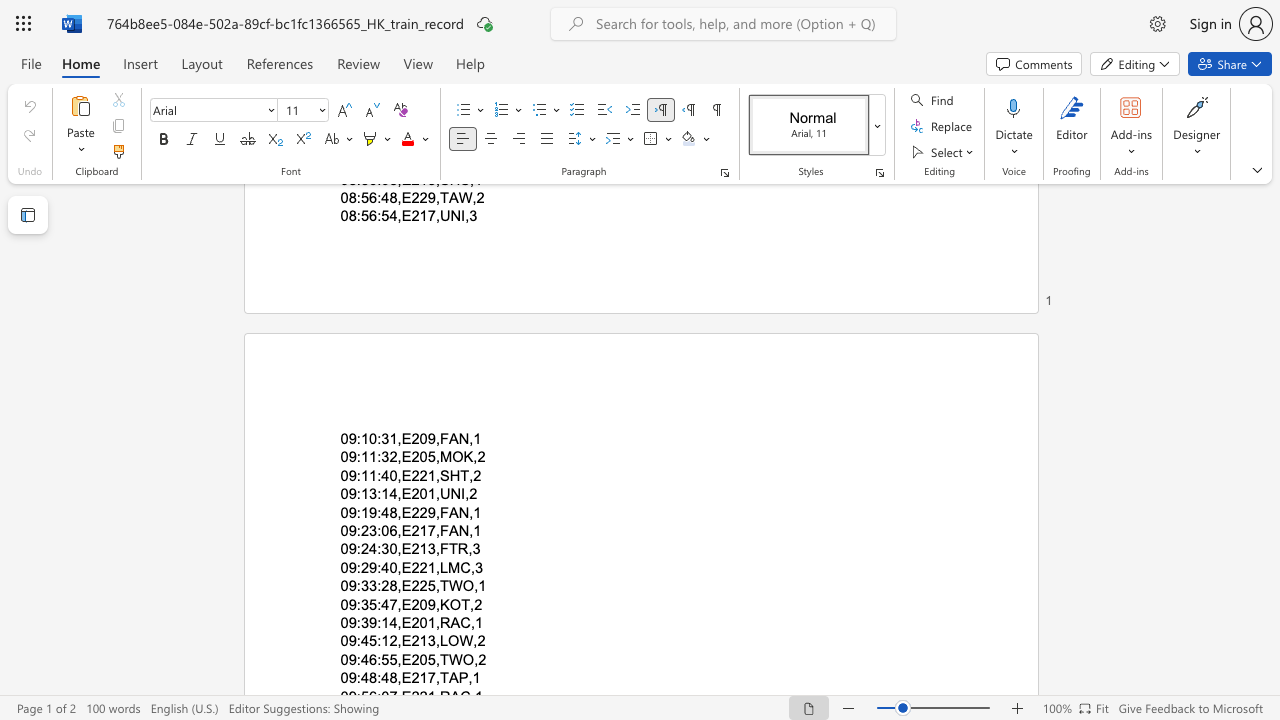 This screenshot has width=1280, height=720. I want to click on the space between the continuous character "0" and "9" in the text, so click(348, 622).